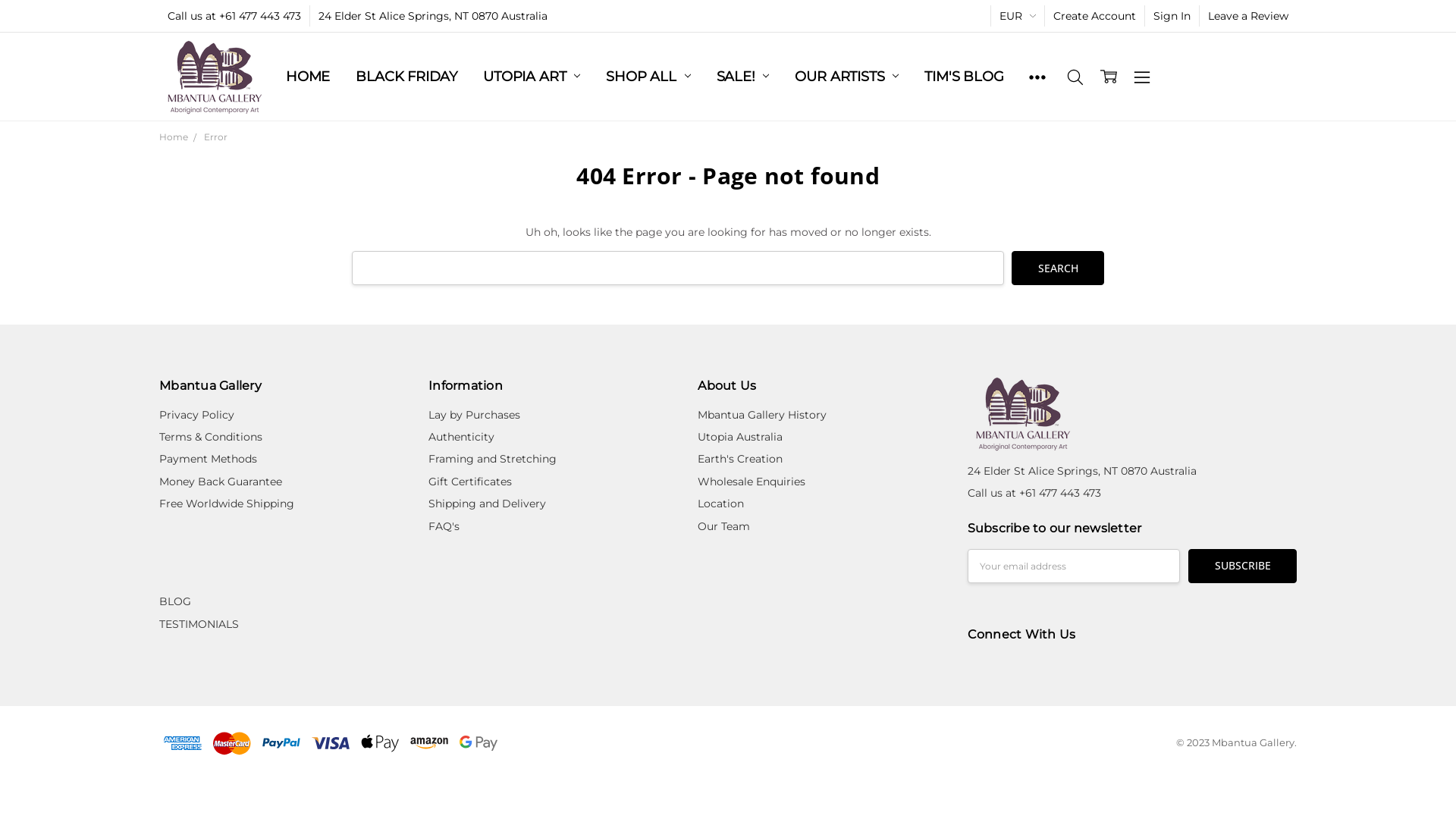 The image size is (1456, 819). What do you see at coordinates (159, 458) in the screenshot?
I see `'Payment Methods'` at bounding box center [159, 458].